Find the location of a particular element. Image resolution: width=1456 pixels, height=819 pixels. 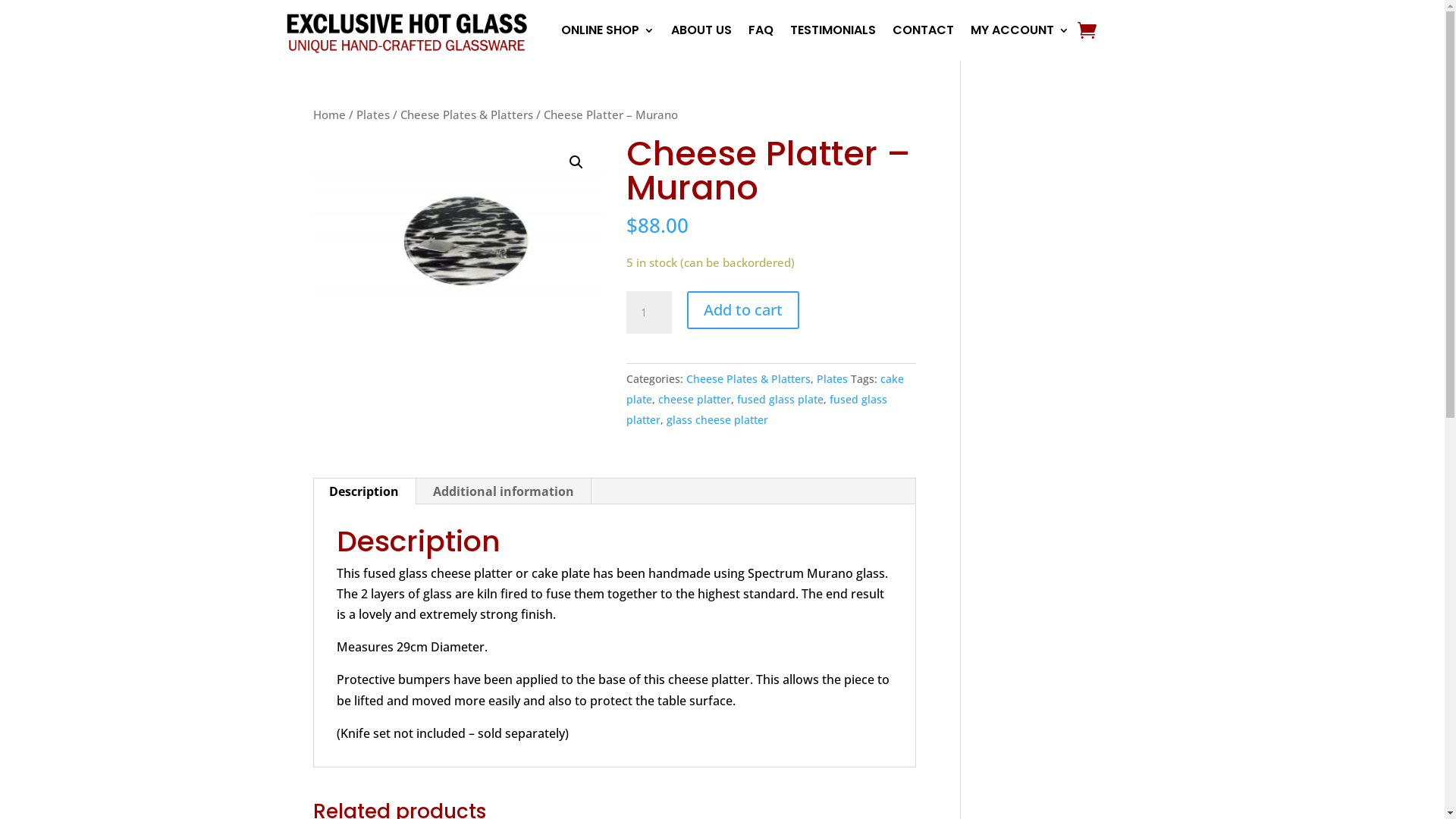

'CONTACT' is located at coordinates (922, 30).